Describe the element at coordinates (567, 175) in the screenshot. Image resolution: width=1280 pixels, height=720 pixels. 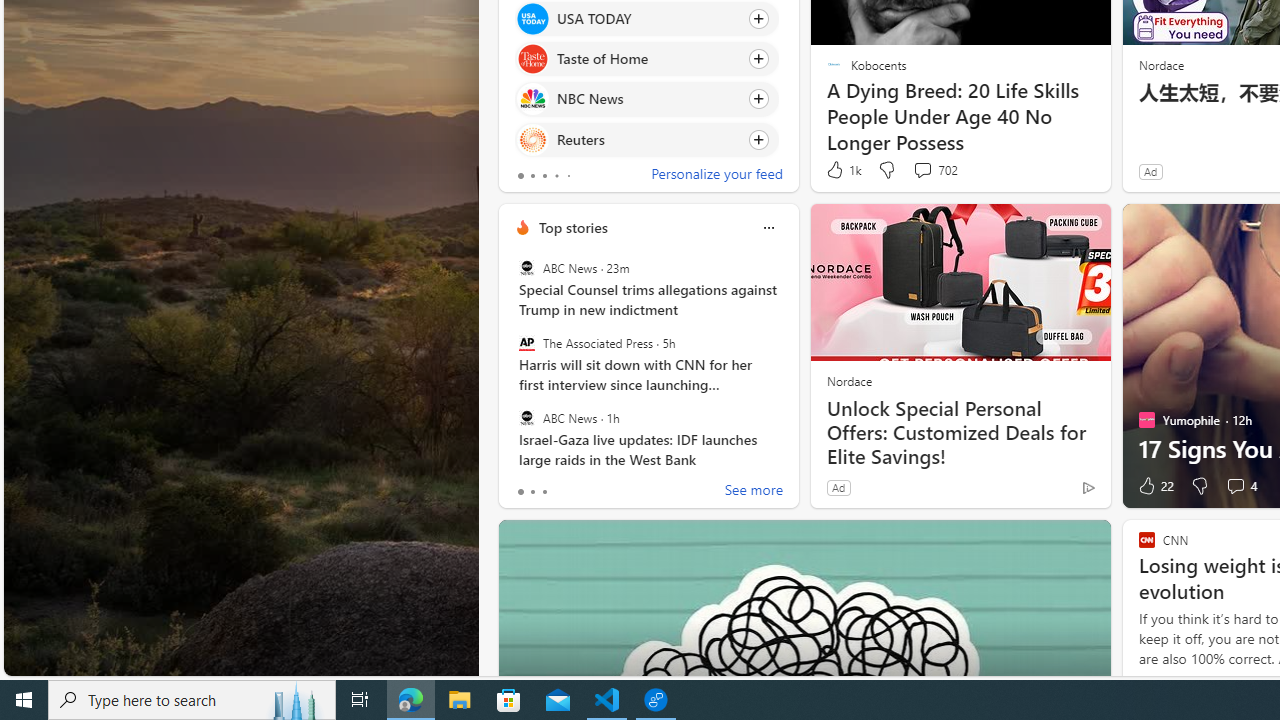
I see `'tab-4'` at that location.